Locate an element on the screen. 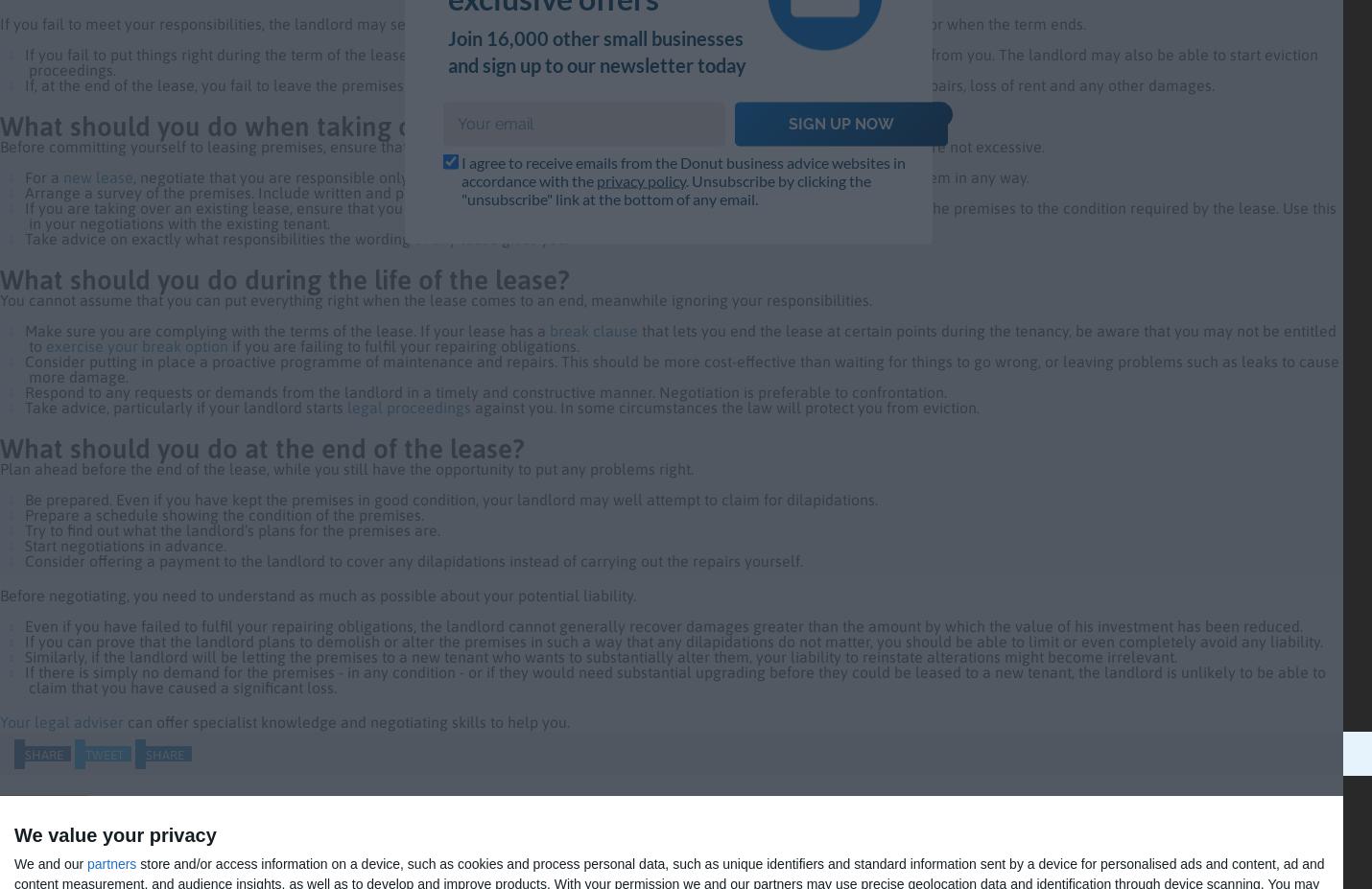 This screenshot has width=1372, height=889. 'Start negotiations in advance.' is located at coordinates (123, 545).